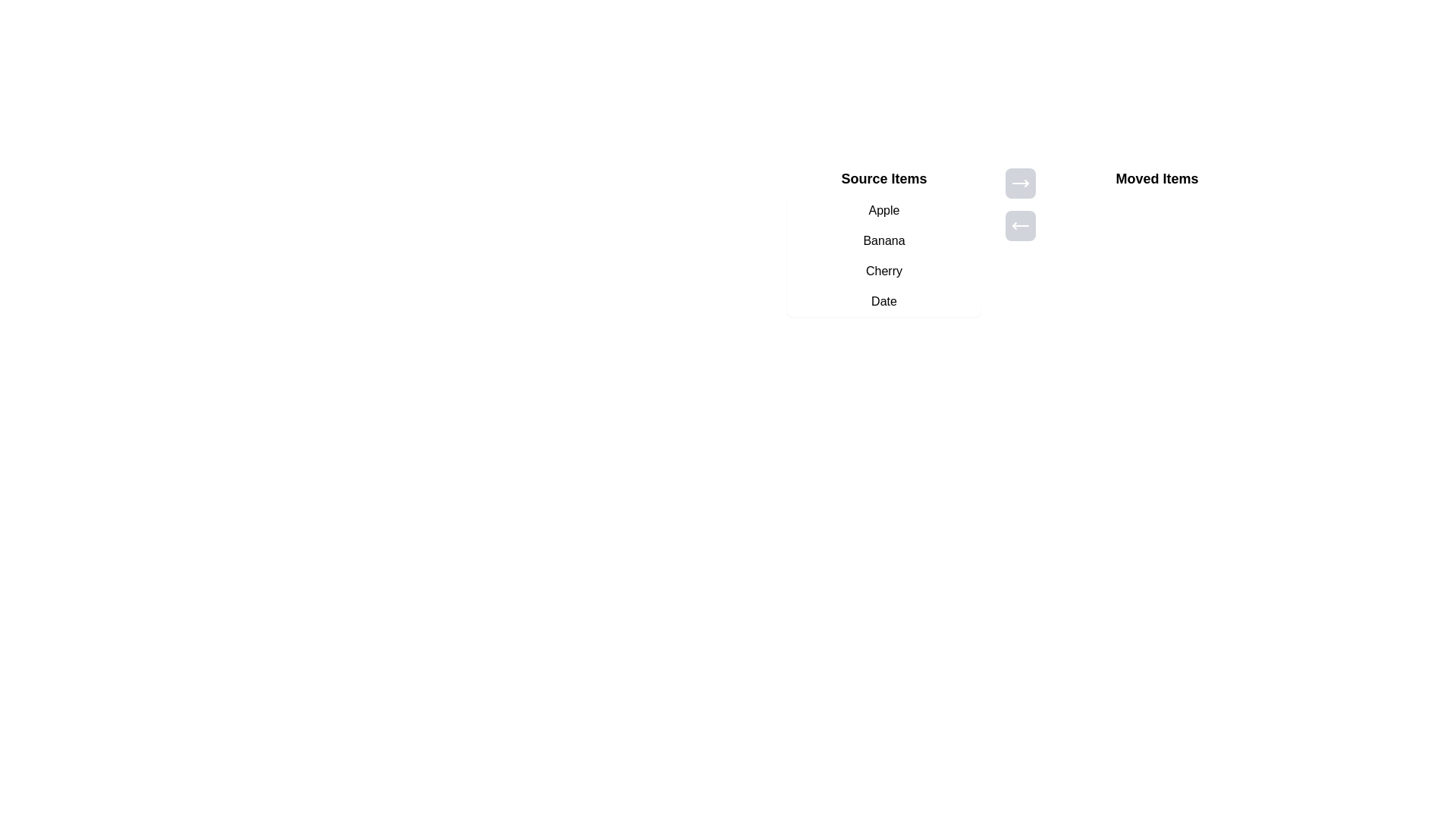 This screenshot has height=819, width=1456. Describe the element at coordinates (1020, 205) in the screenshot. I see `the bottom button of the composite element containing two vertically stacked buttons, which has an arrow icon pointing left, to move items to the left` at that location.